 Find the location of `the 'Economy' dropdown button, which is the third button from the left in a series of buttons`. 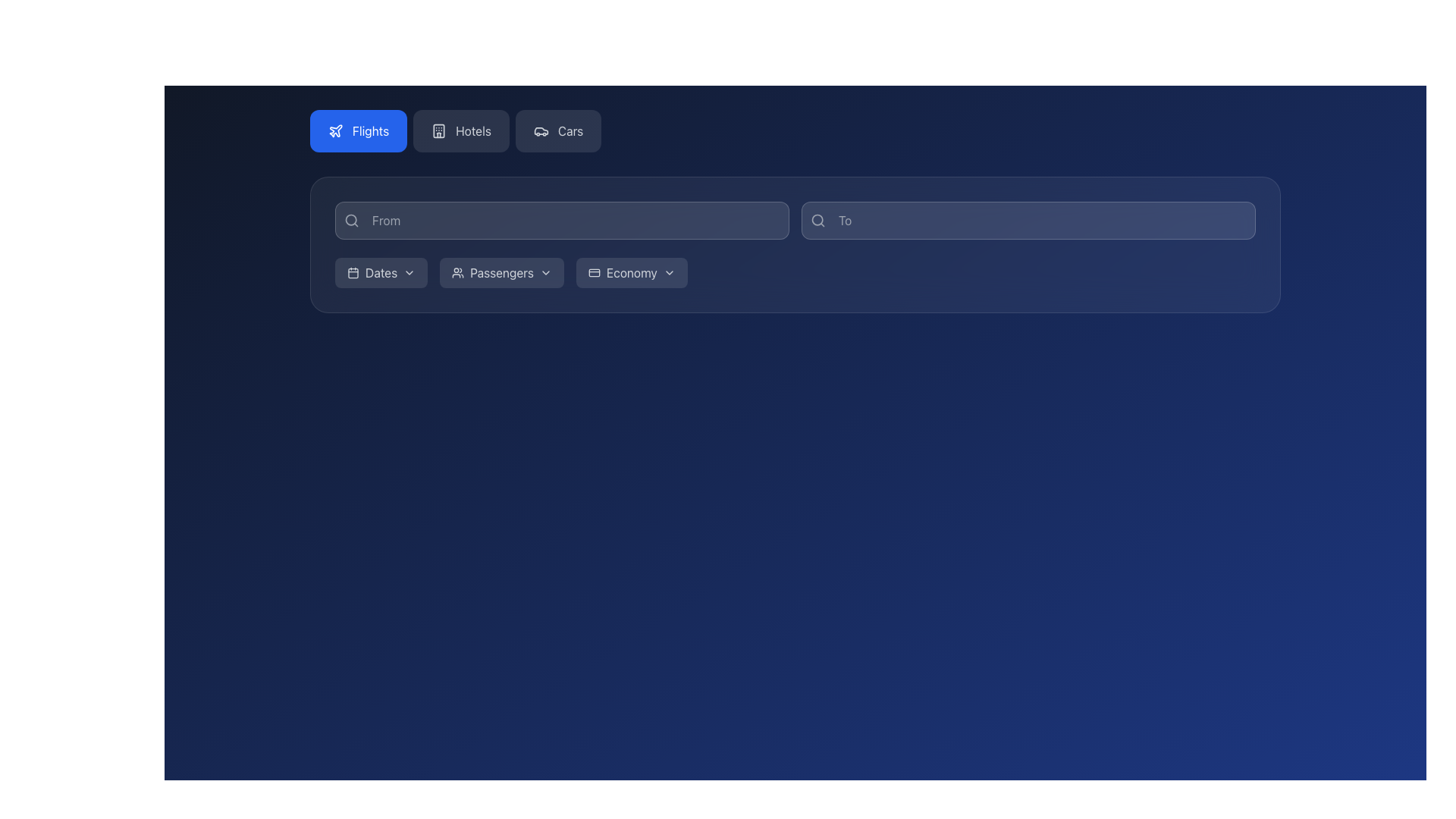

the 'Economy' dropdown button, which is the third button from the left in a series of buttons is located at coordinates (632, 271).